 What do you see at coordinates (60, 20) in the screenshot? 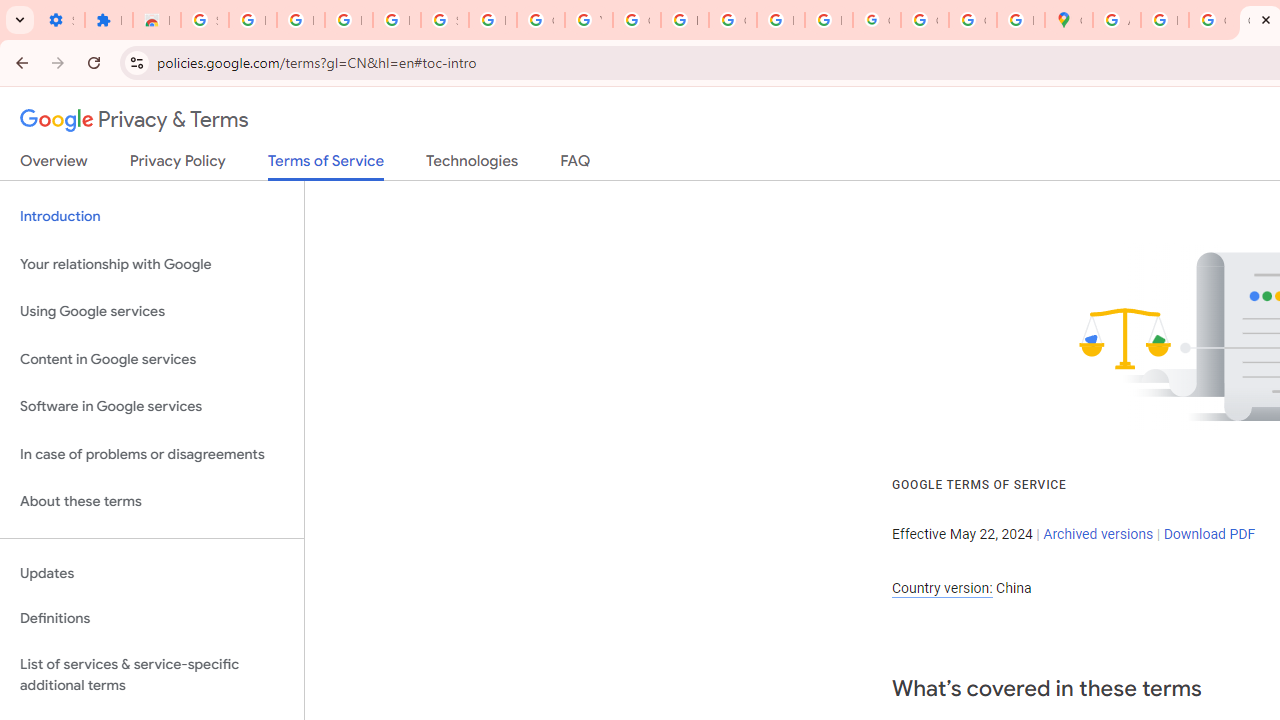
I see `'Settings - On startup'` at bounding box center [60, 20].